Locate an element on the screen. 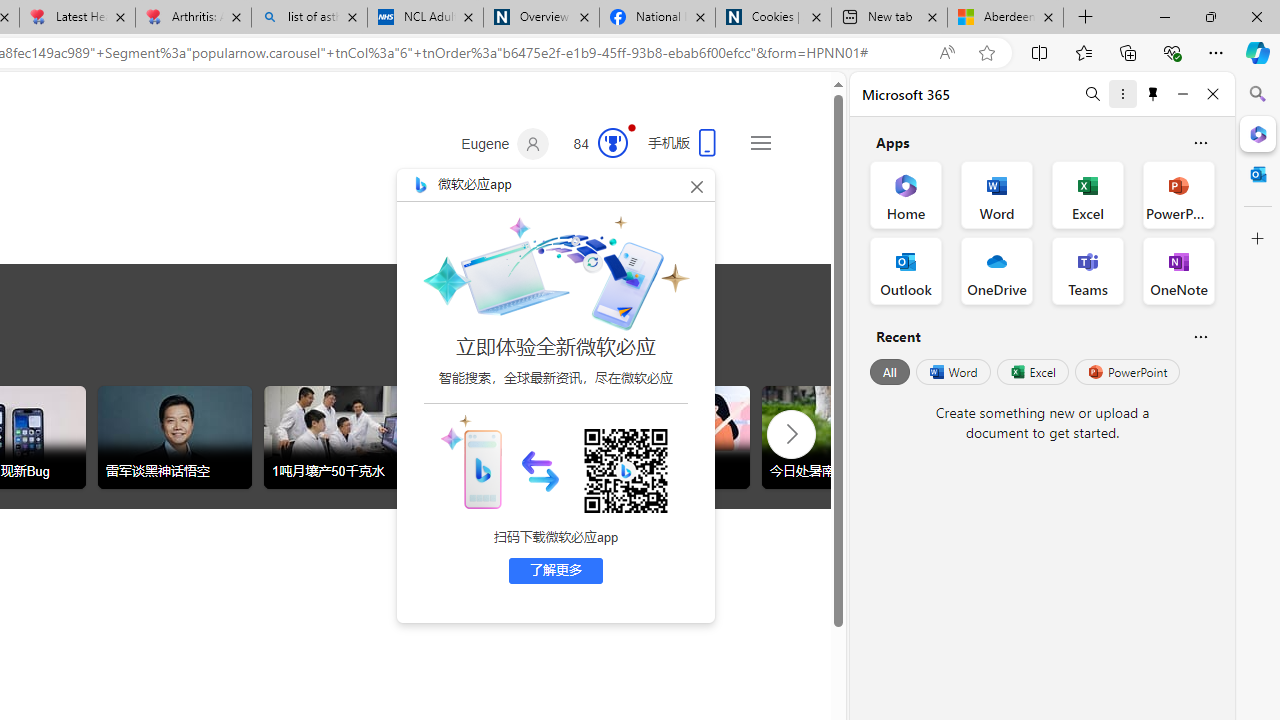 This screenshot has height=720, width=1280. 'NCL Adult Asthma Inhaler Choice Guideline' is located at coordinates (423, 17).